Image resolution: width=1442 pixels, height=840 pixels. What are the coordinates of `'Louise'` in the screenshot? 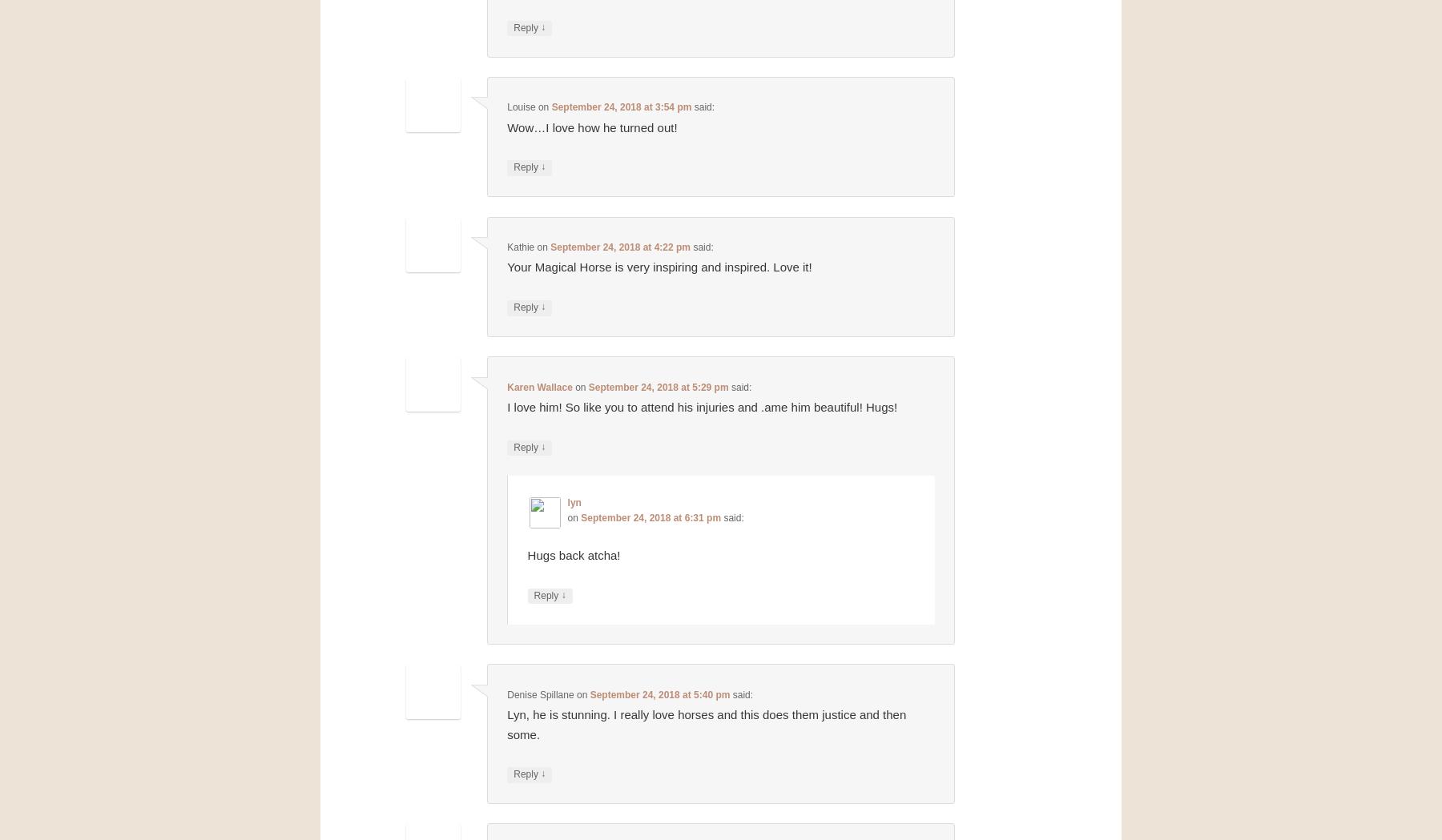 It's located at (521, 107).